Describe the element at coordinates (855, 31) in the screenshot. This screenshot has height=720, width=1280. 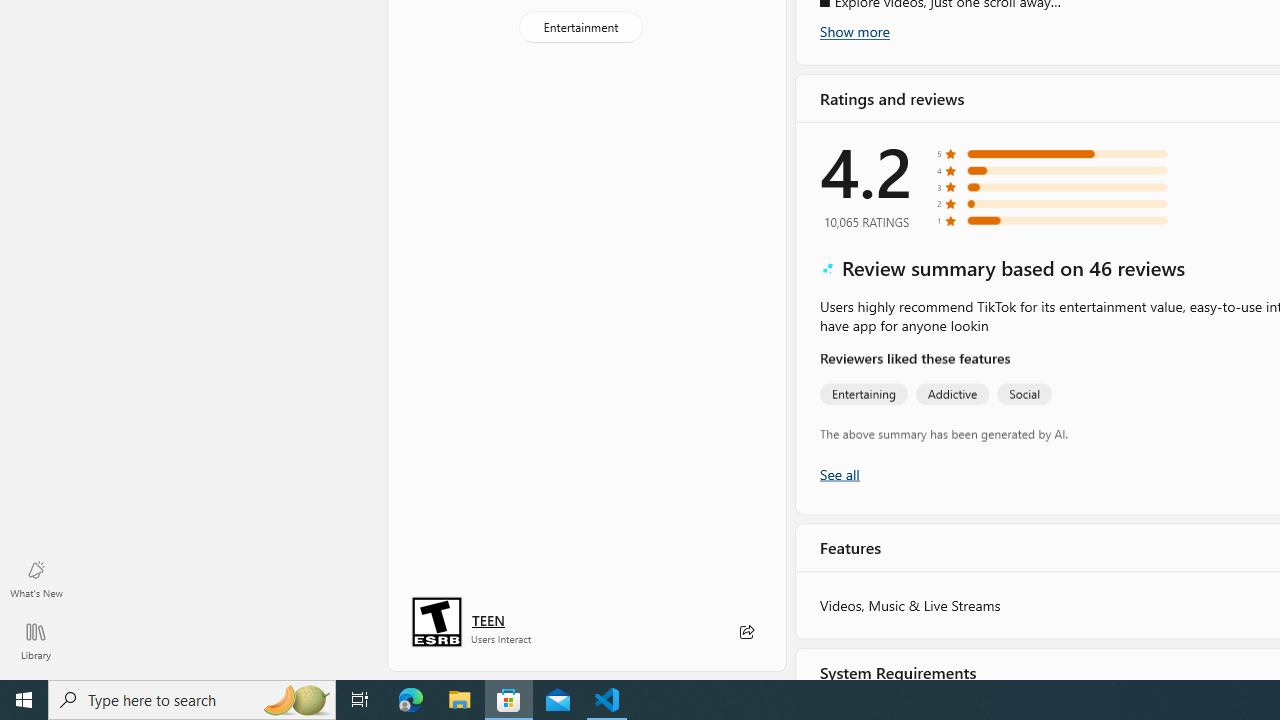
I see `'Show more'` at that location.